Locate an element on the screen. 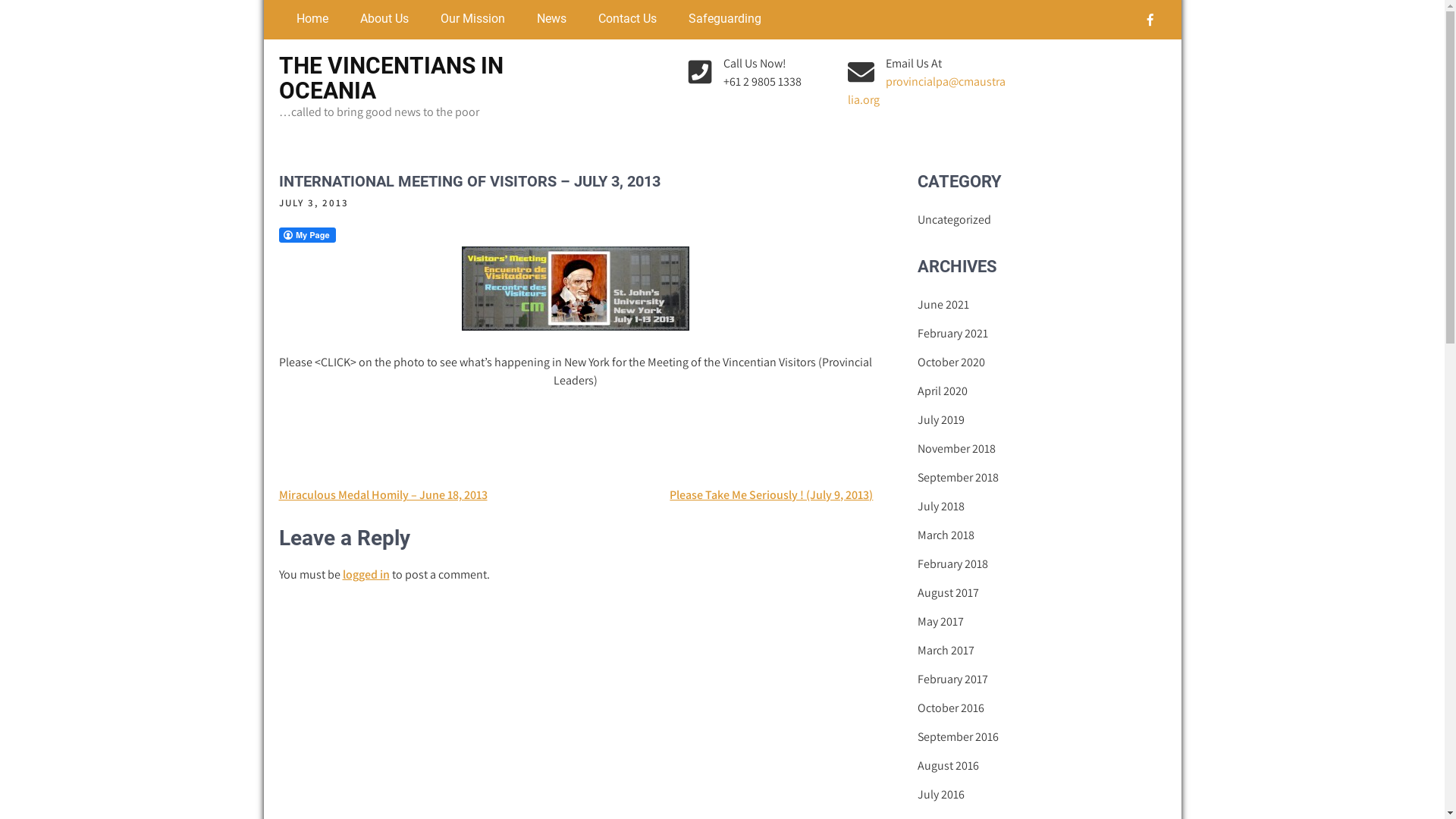 The height and width of the screenshot is (819, 1456). 'March 2017' is located at coordinates (945, 649).